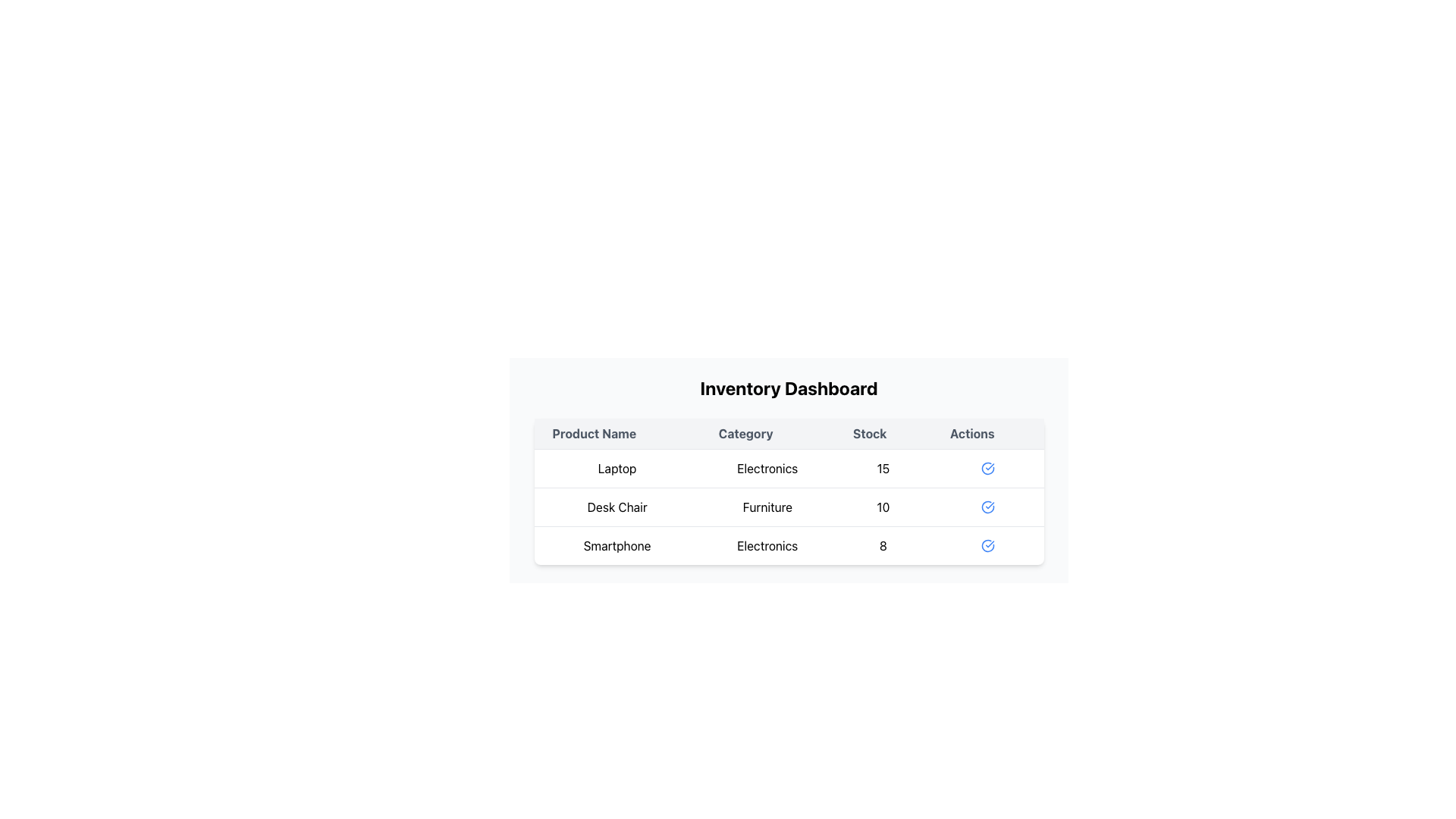 Image resolution: width=1456 pixels, height=819 pixels. What do you see at coordinates (789, 507) in the screenshot?
I see `the second table row displaying detailed information about the 'Desk Chair' inventory item in the 'Inventory Dashboard'` at bounding box center [789, 507].